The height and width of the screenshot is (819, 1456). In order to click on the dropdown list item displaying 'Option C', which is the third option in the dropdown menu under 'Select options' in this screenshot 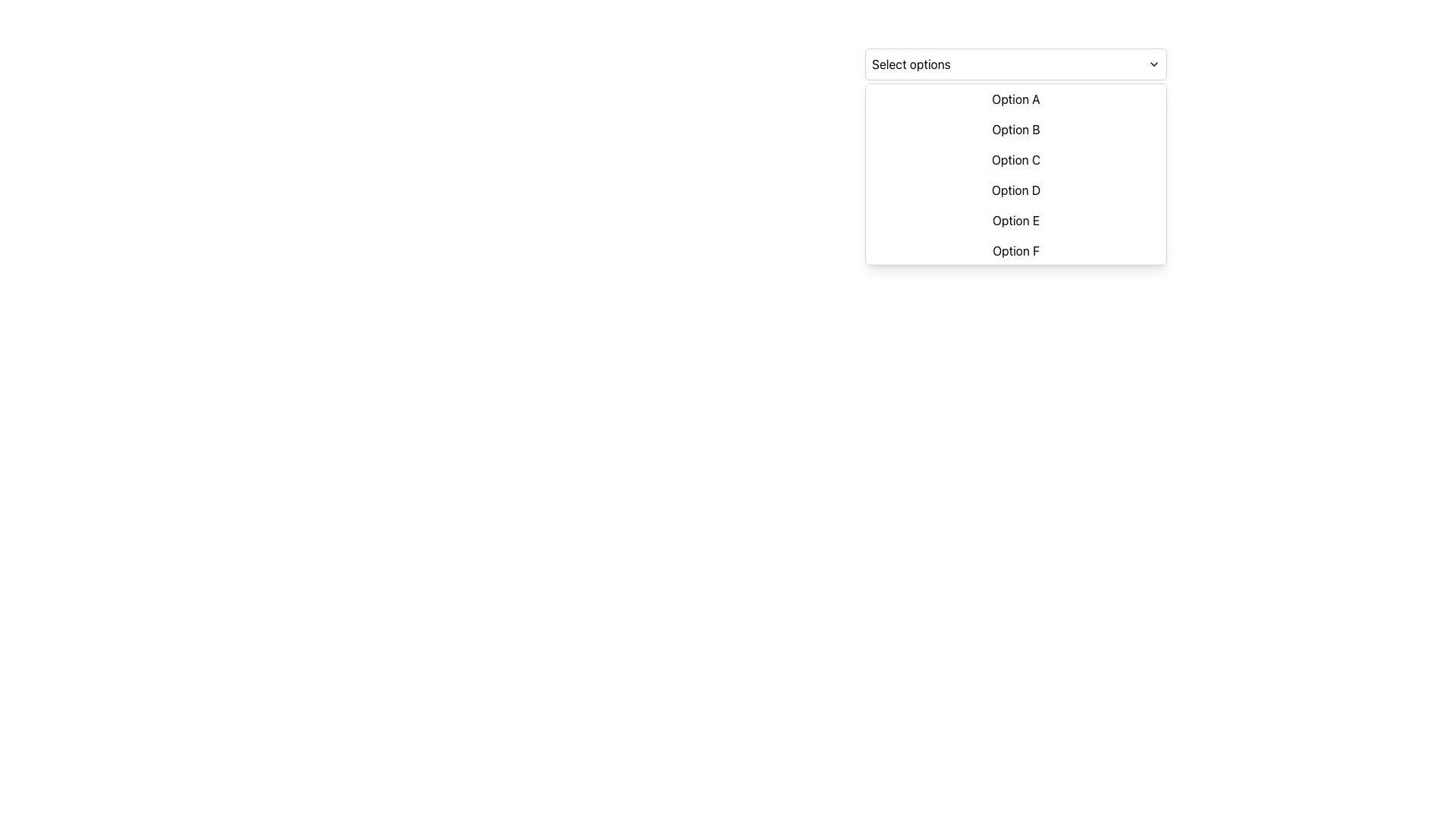, I will do `click(1015, 160)`.